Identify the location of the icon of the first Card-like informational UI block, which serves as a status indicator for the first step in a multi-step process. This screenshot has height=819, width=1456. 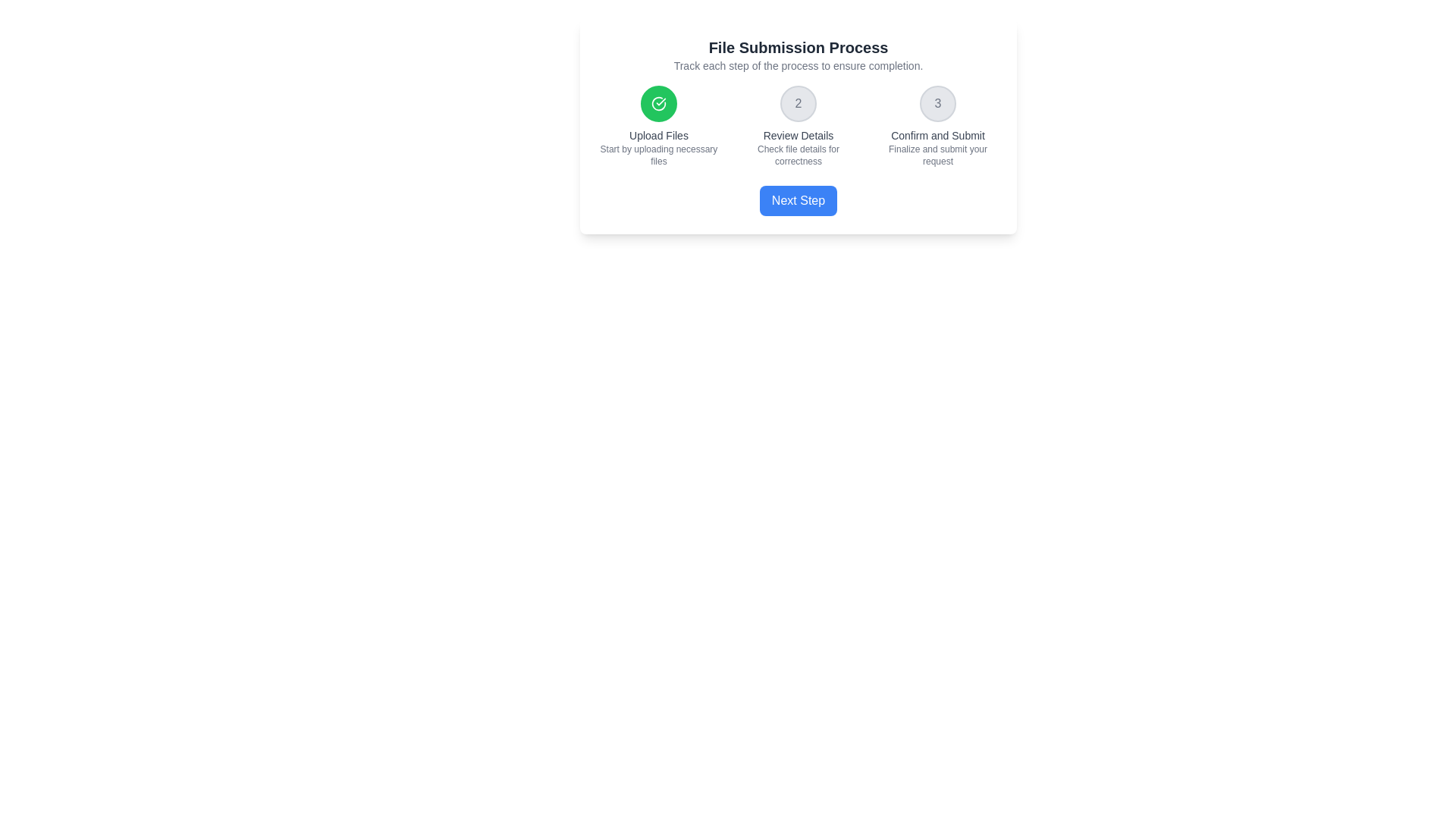
(658, 125).